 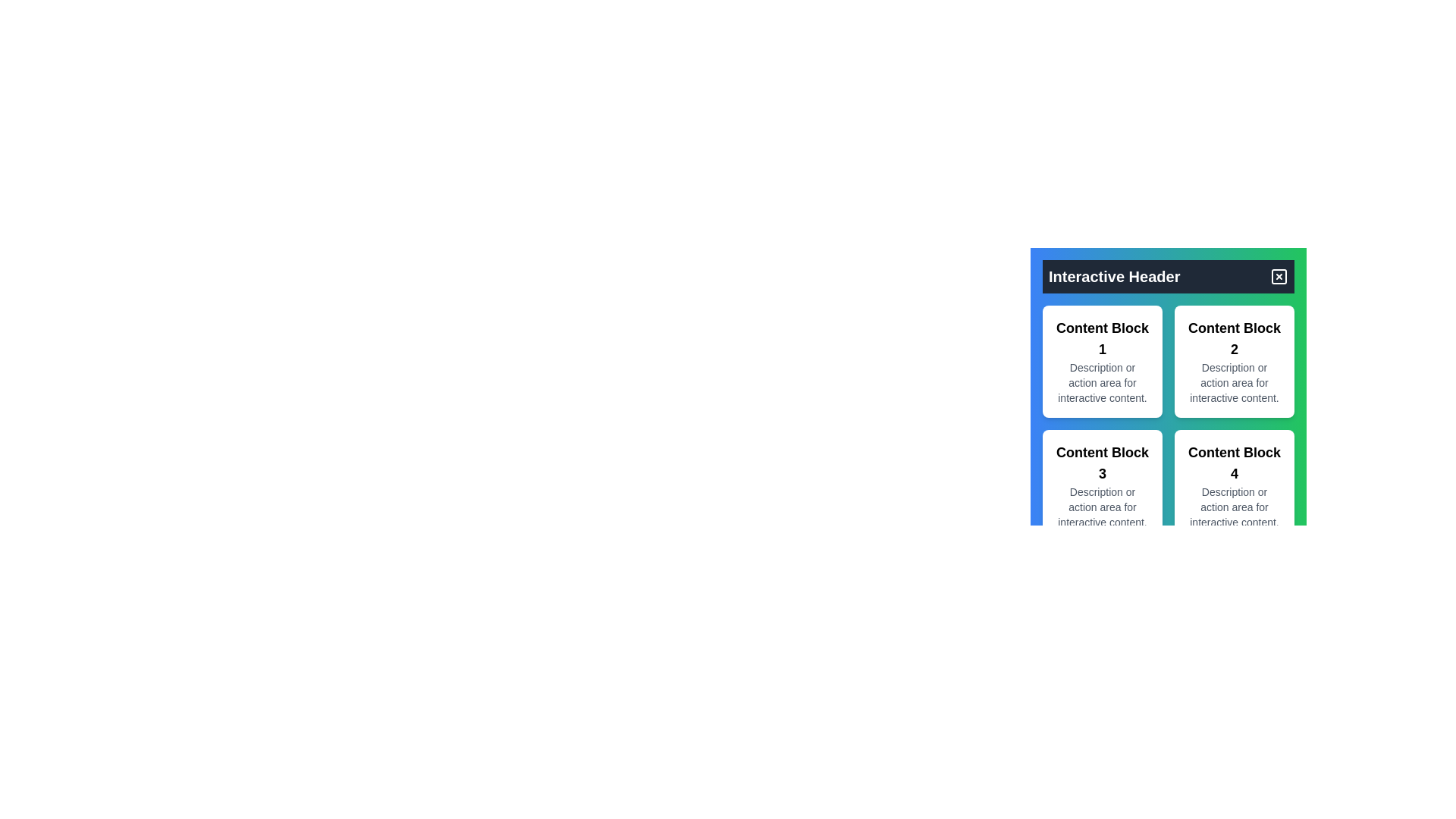 I want to click on the text component displaying the message 'Description or action area for interactive content.' which is located below the 'Content Block 2' title in the second card of the grid layout, so click(x=1234, y=382).